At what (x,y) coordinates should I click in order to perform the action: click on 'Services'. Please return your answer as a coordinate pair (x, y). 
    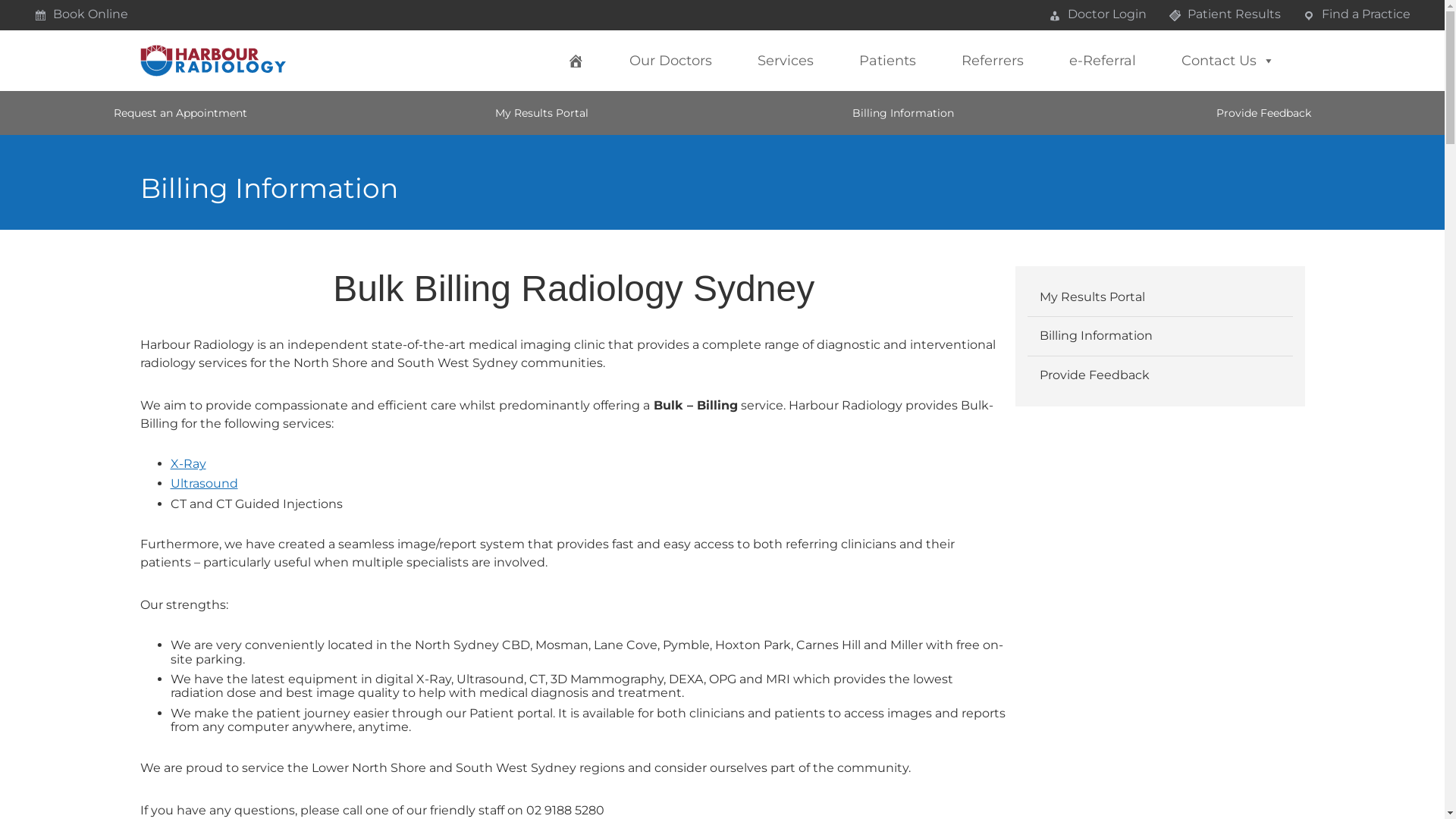
    Looking at the image, I should click on (785, 60).